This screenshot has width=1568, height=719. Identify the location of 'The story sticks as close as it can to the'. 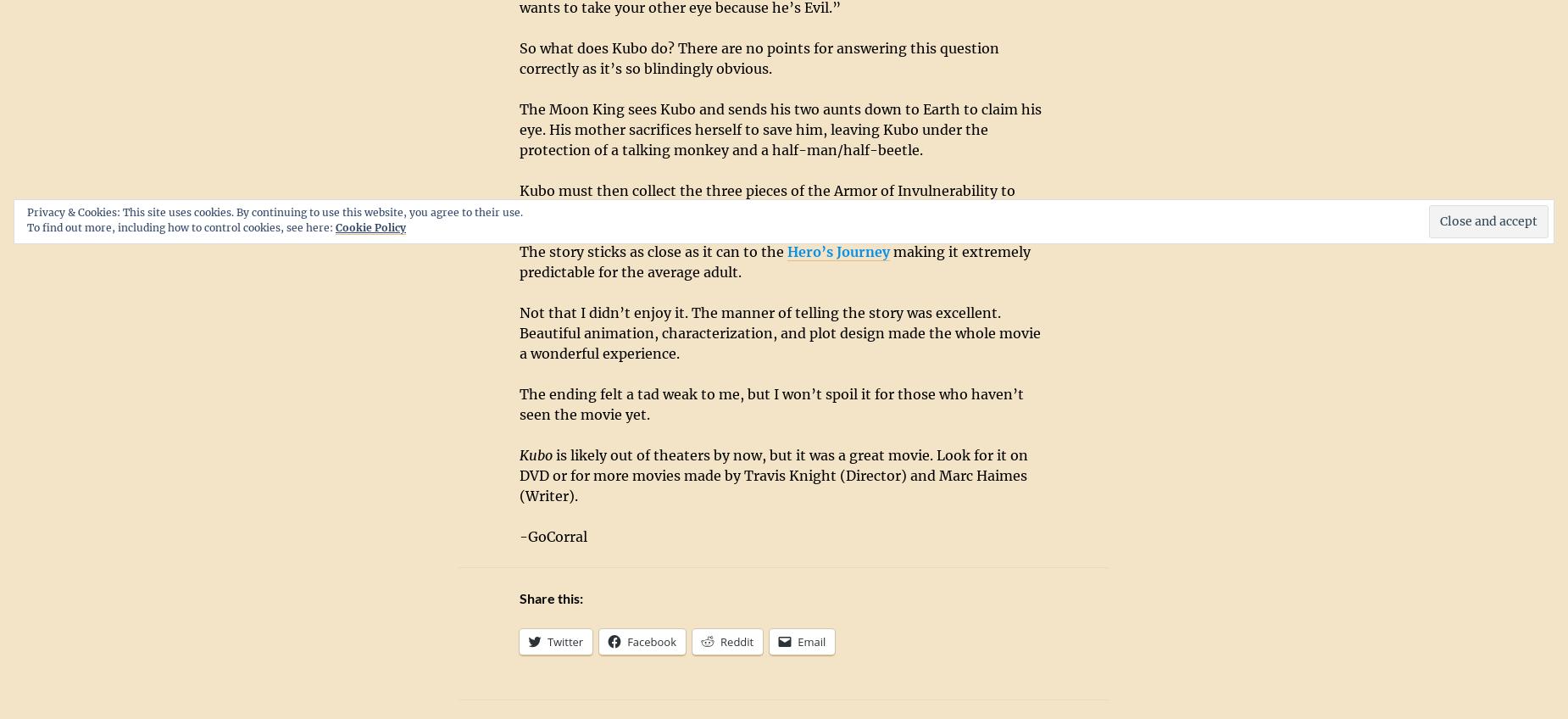
(653, 251).